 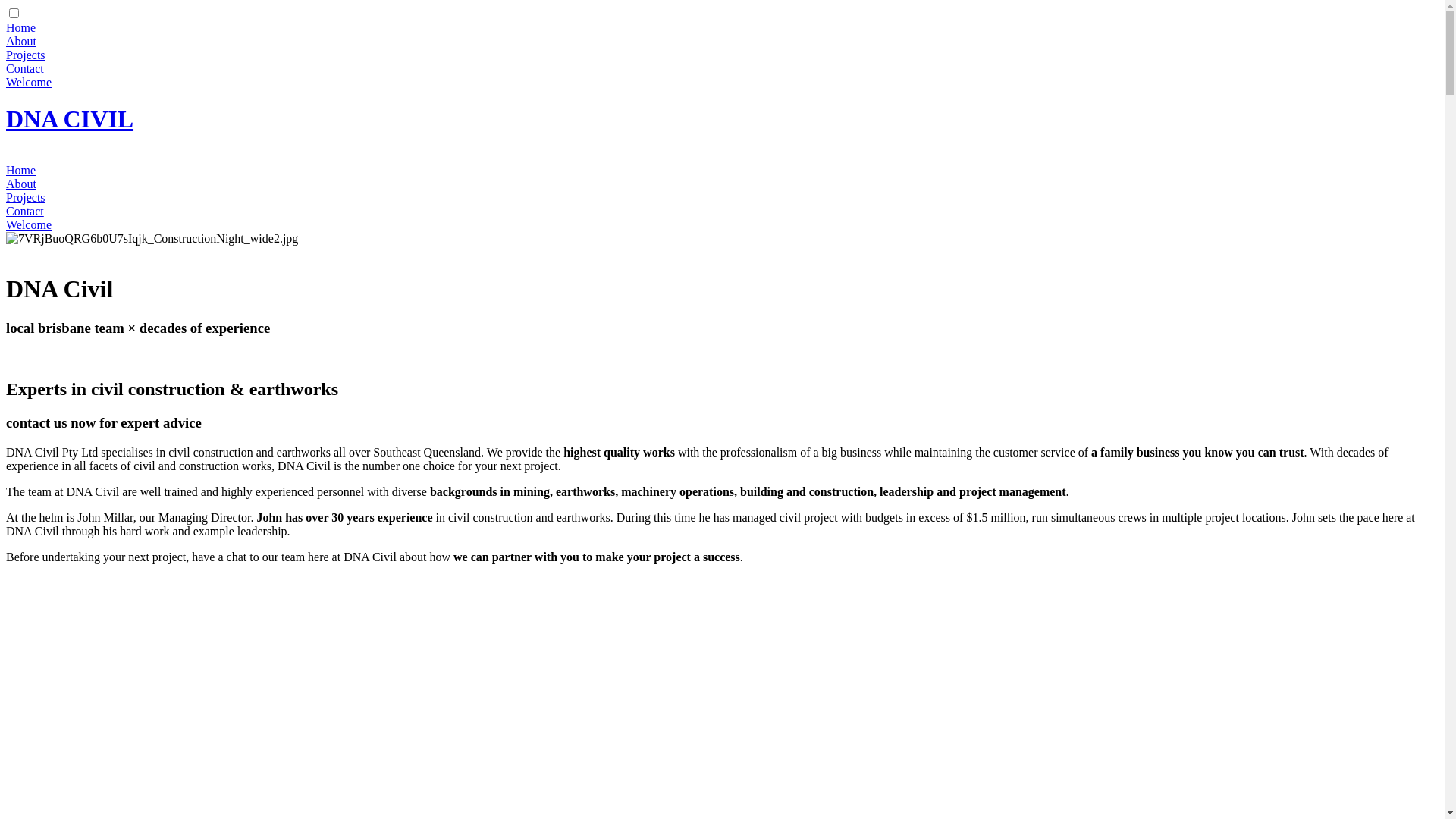 What do you see at coordinates (25, 196) in the screenshot?
I see `'Projects'` at bounding box center [25, 196].